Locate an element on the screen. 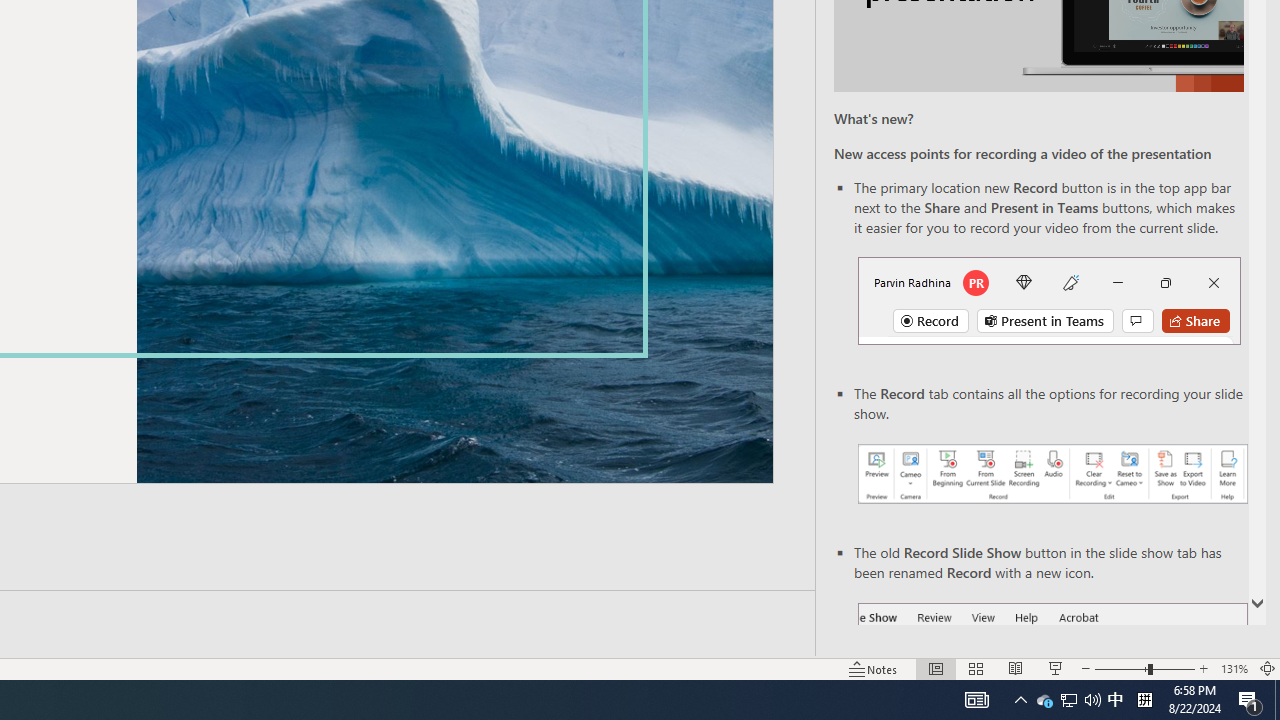  'Zoom 131%' is located at coordinates (1233, 669).